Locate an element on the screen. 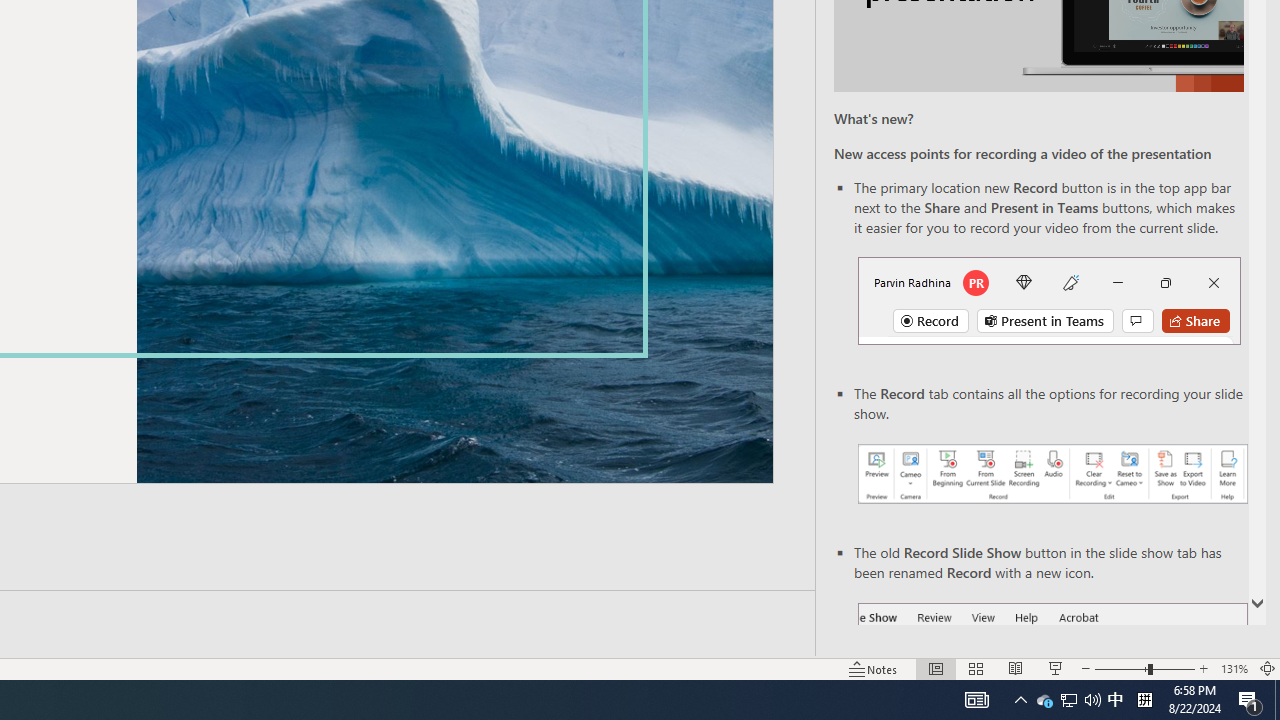  'Zoom 131%' is located at coordinates (1233, 669).